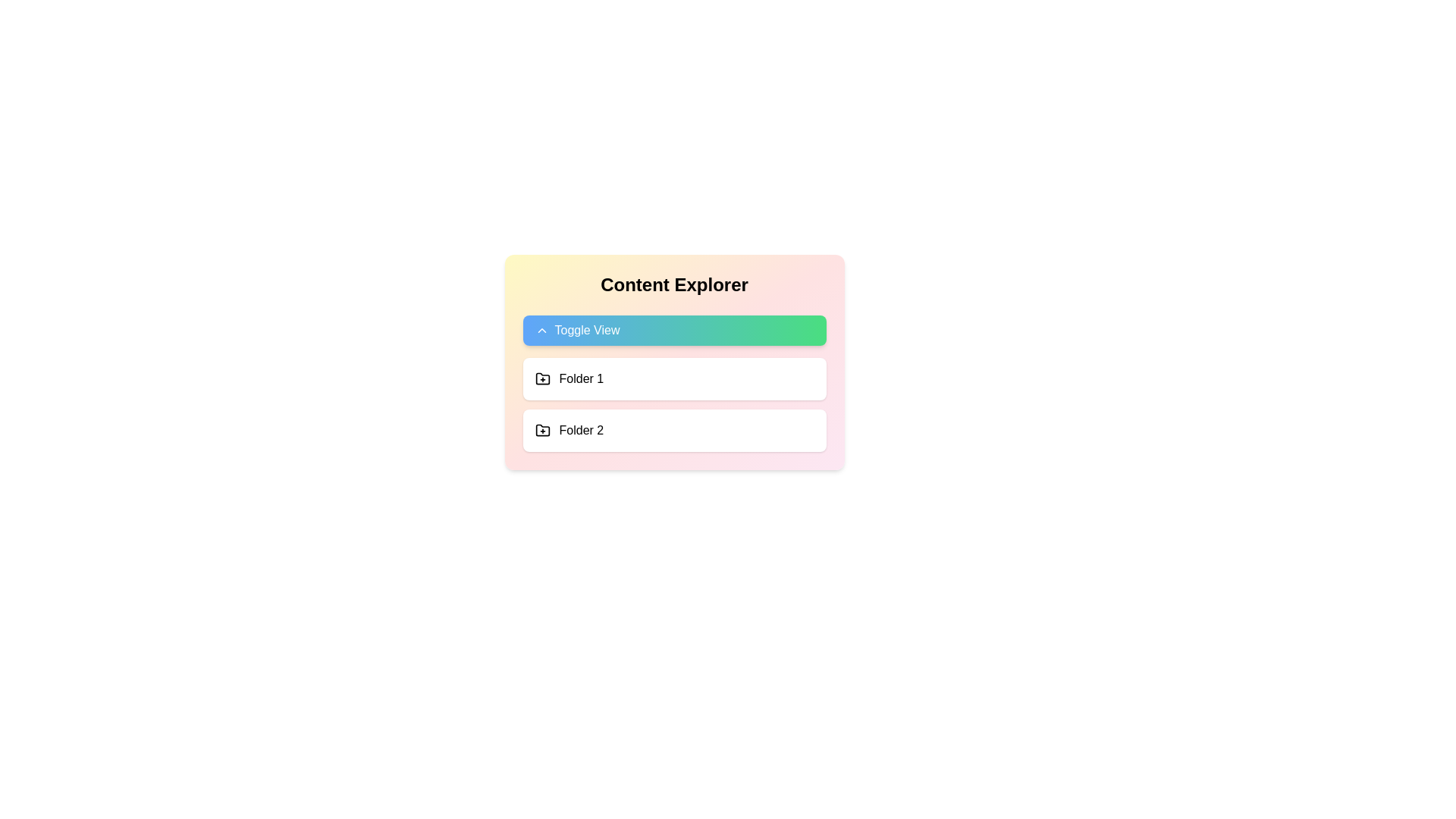  Describe the element at coordinates (542, 378) in the screenshot. I see `the folder icon element located beside the main entries under the Content Explorer panel` at that location.